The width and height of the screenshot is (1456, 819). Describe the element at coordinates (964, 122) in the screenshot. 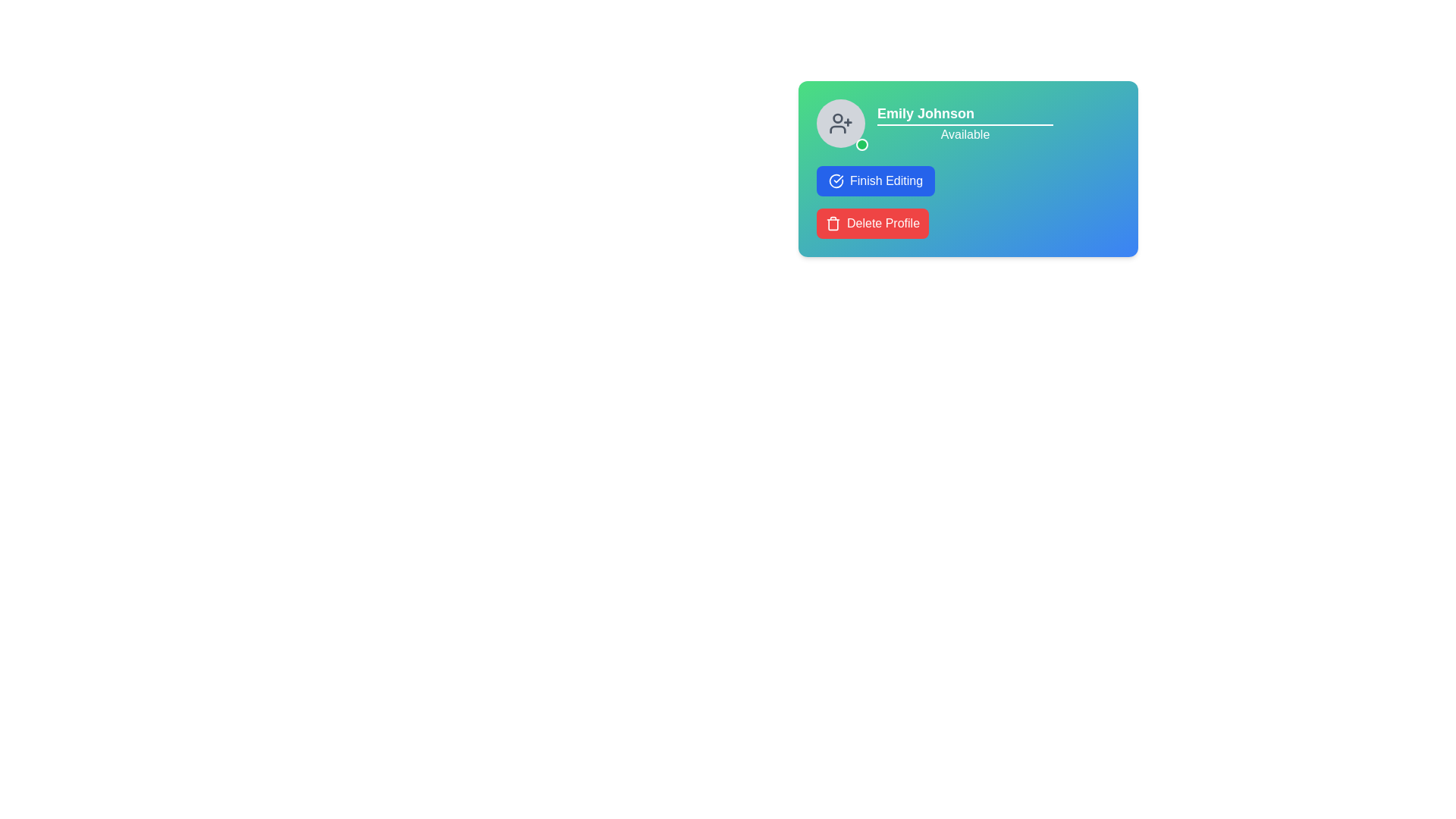

I see `the text label displaying 'Available', which is positioned below the name label 'Emily Johnson'` at that location.